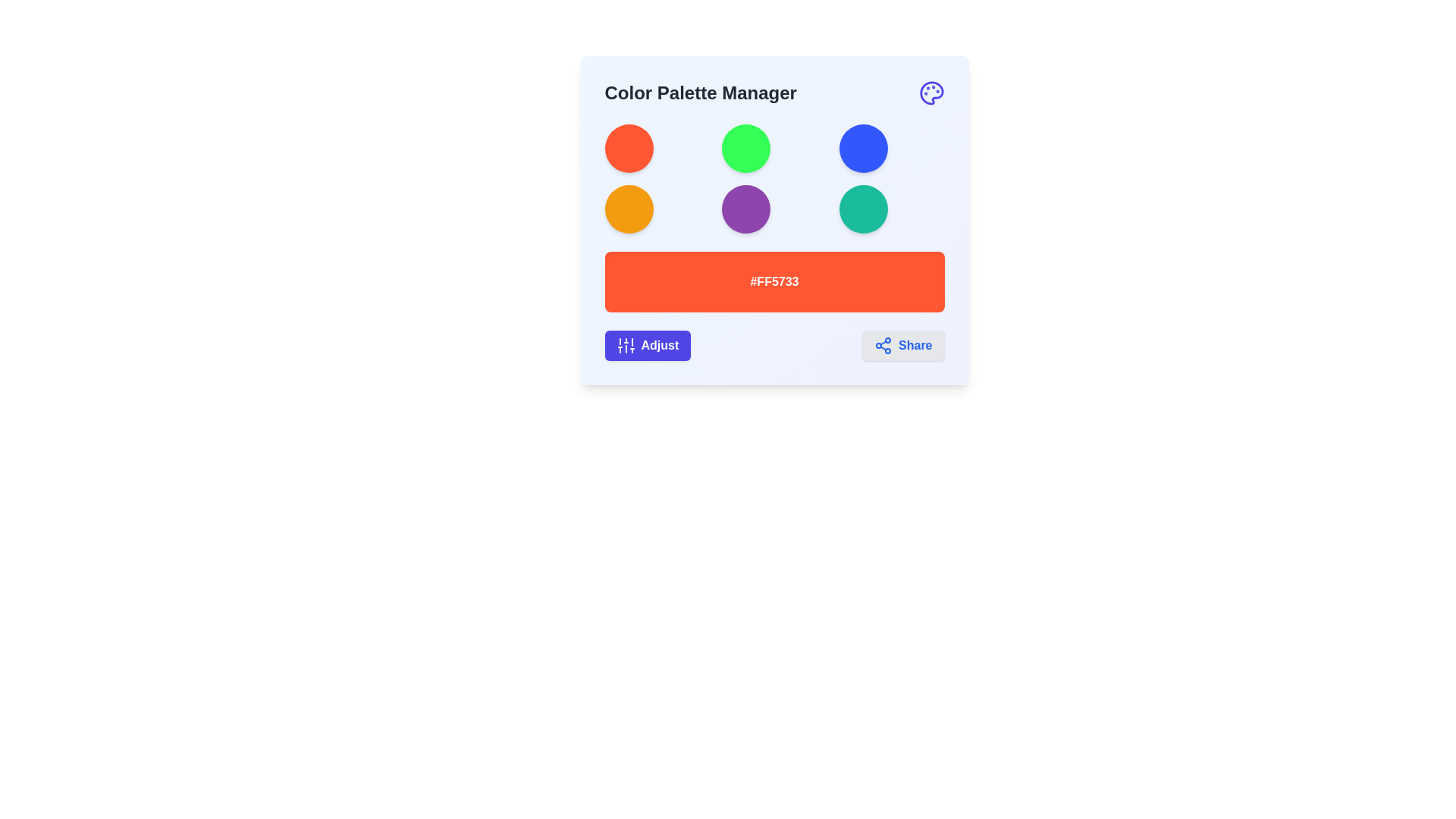  I want to click on the circular blue button located in the top-right position of a 3x2 grid layout to visually scale it, so click(863, 149).